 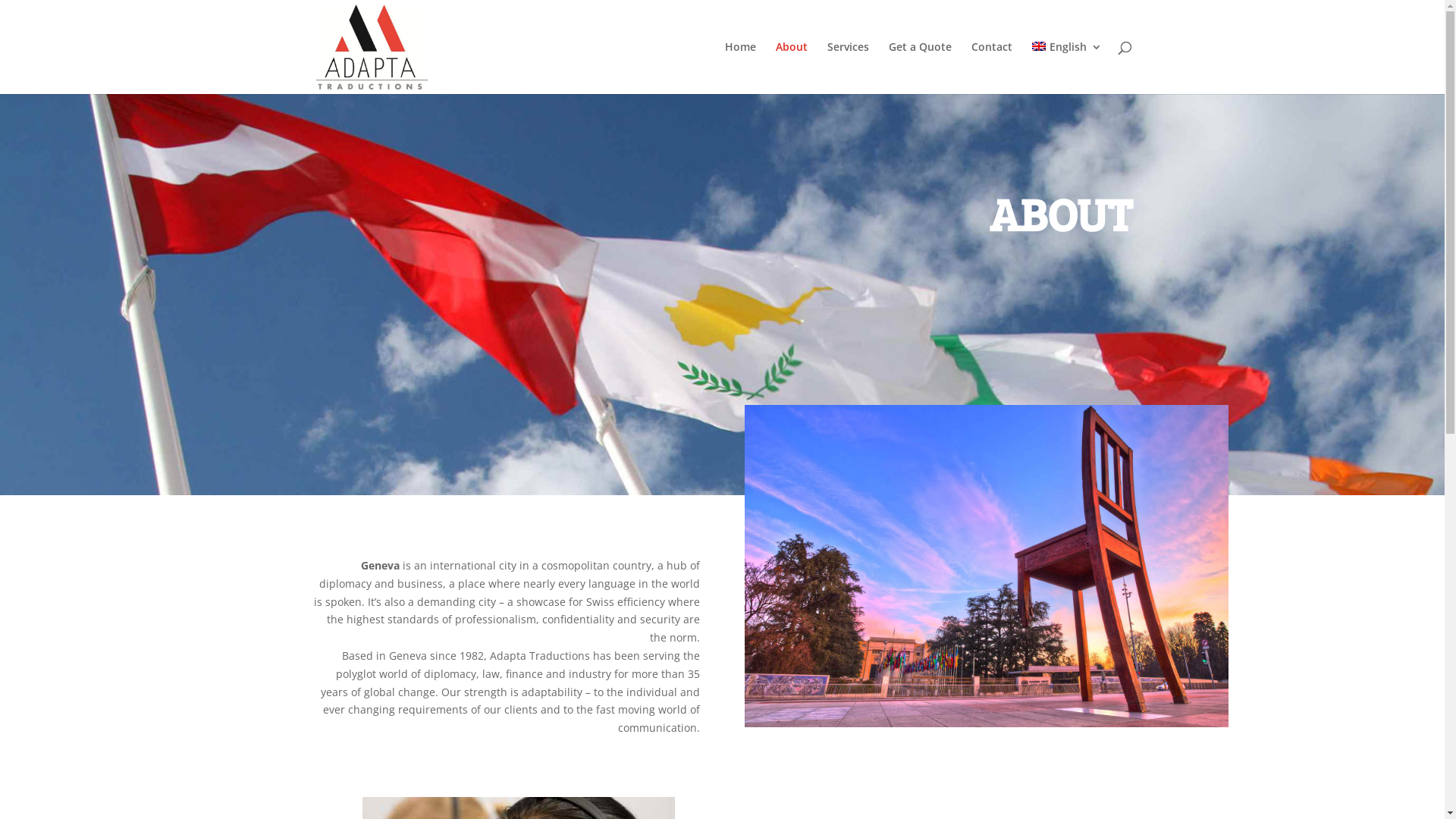 I want to click on 'Services', so click(x=847, y=67).